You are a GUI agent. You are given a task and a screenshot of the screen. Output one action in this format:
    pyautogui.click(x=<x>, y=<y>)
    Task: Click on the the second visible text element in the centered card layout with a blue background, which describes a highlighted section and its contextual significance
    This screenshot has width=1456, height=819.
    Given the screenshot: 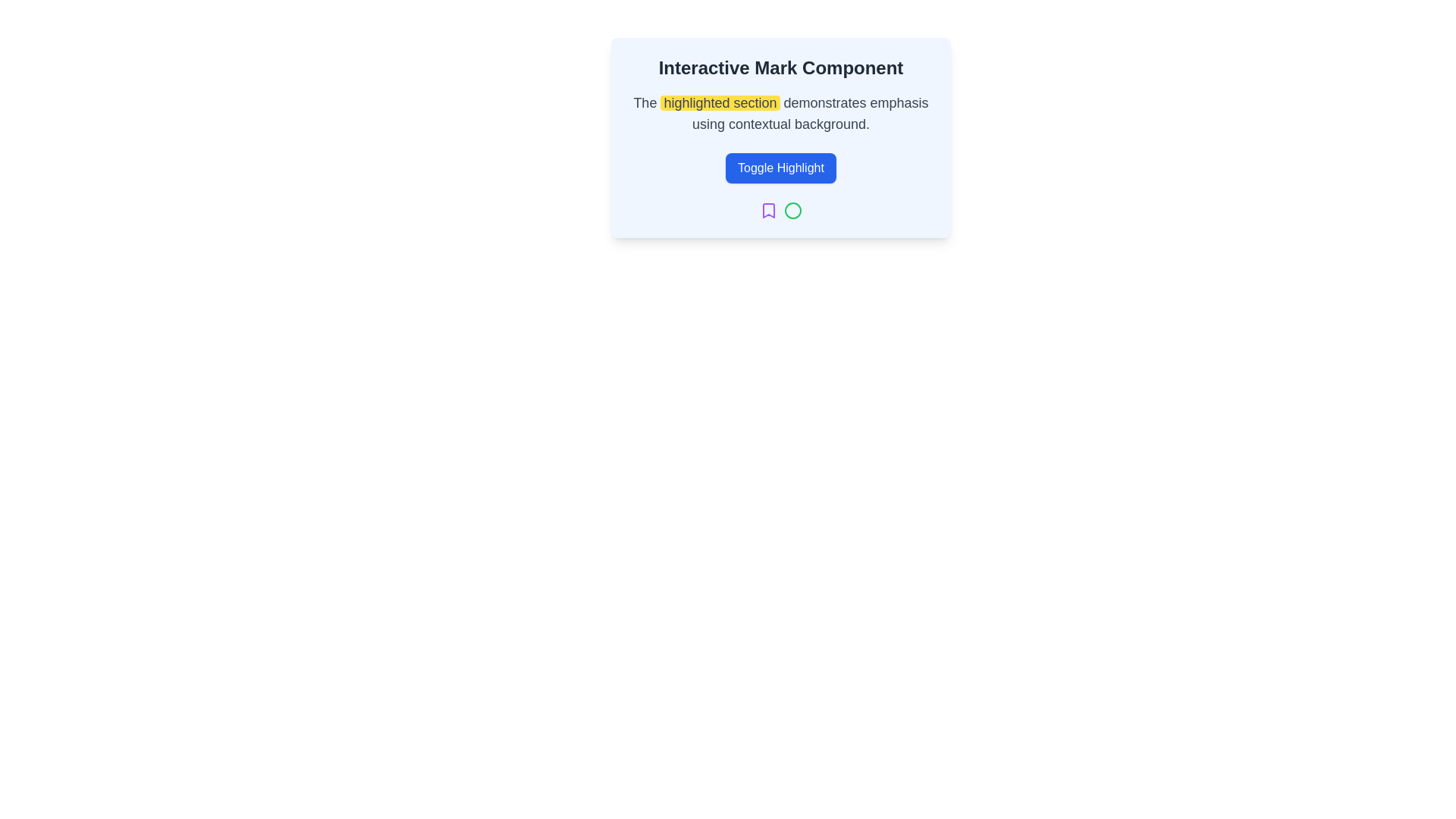 What is the action you would take?
    pyautogui.click(x=781, y=113)
    